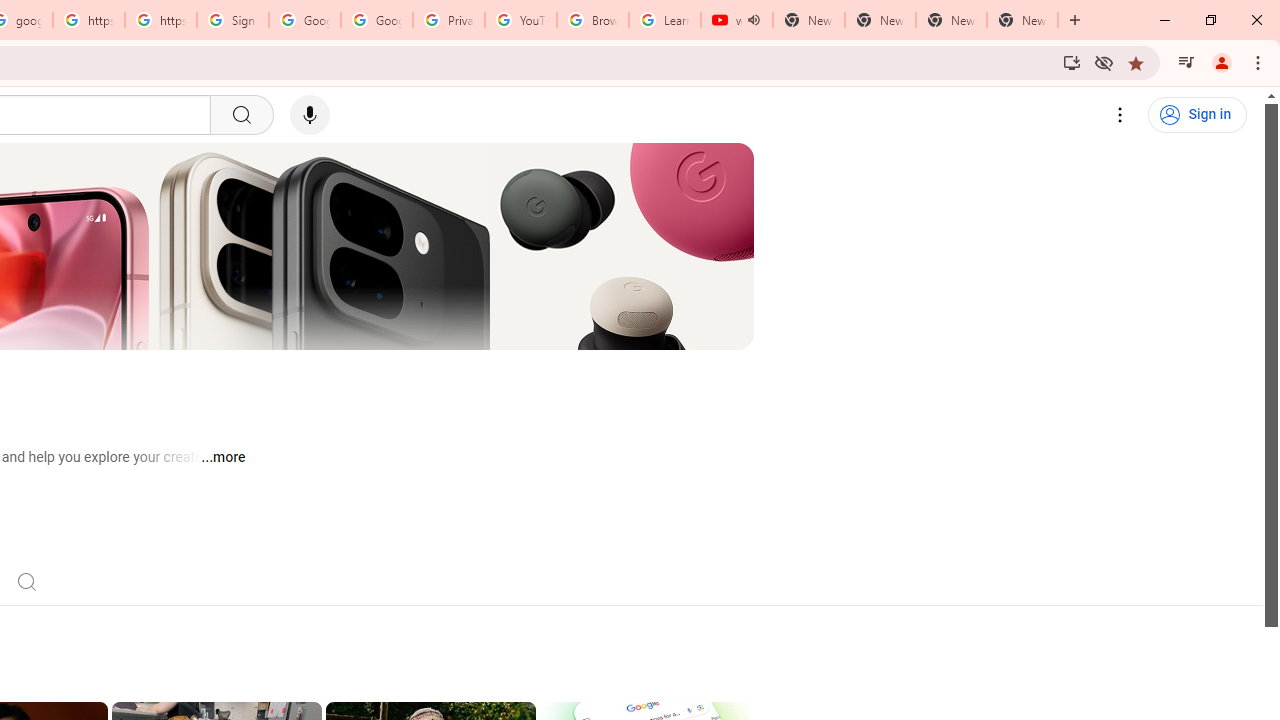 This screenshot has width=1280, height=720. I want to click on 'Install YouTube', so click(1071, 61).